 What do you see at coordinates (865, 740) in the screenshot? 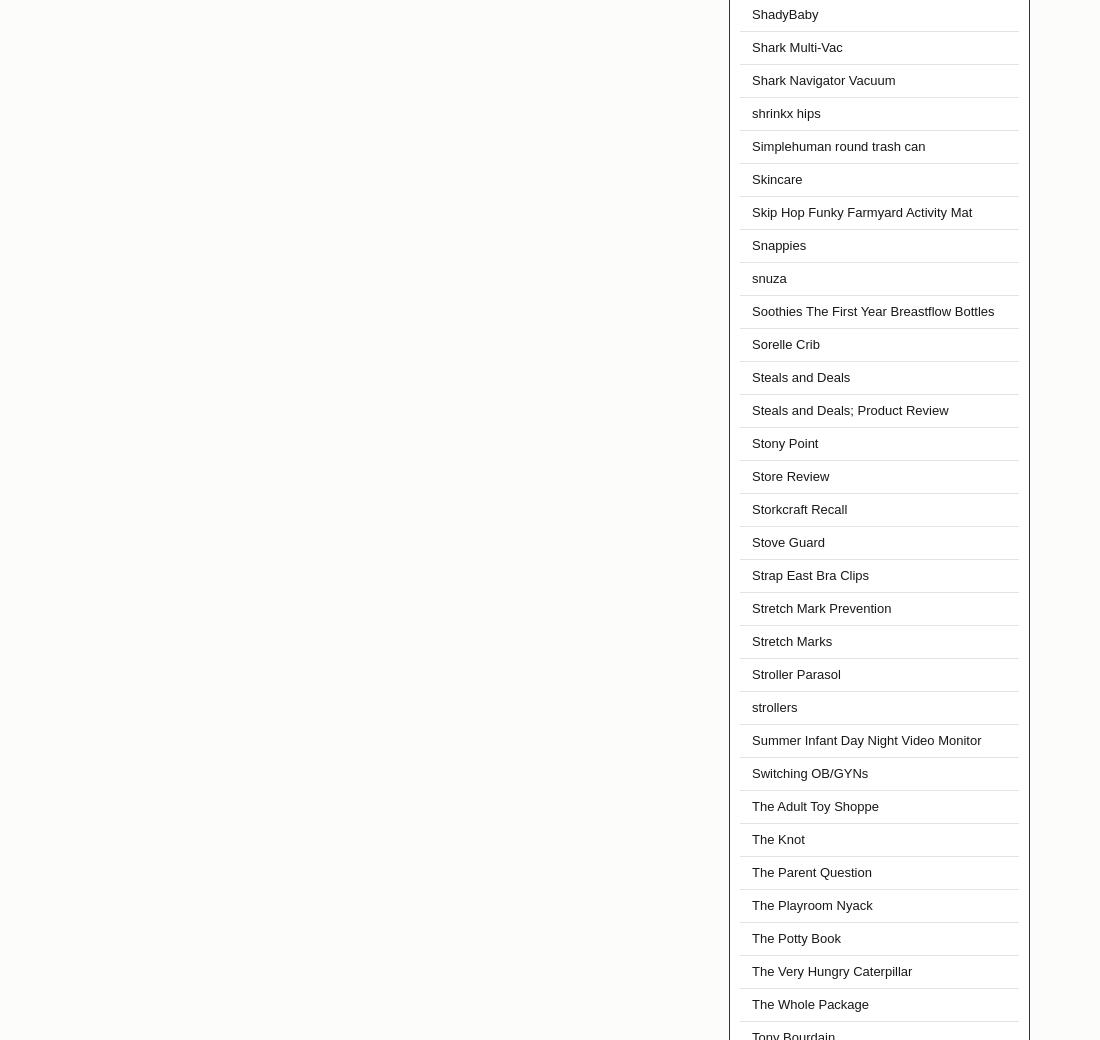
I see `'Summer Infant Day Night Video Monitor'` at bounding box center [865, 740].